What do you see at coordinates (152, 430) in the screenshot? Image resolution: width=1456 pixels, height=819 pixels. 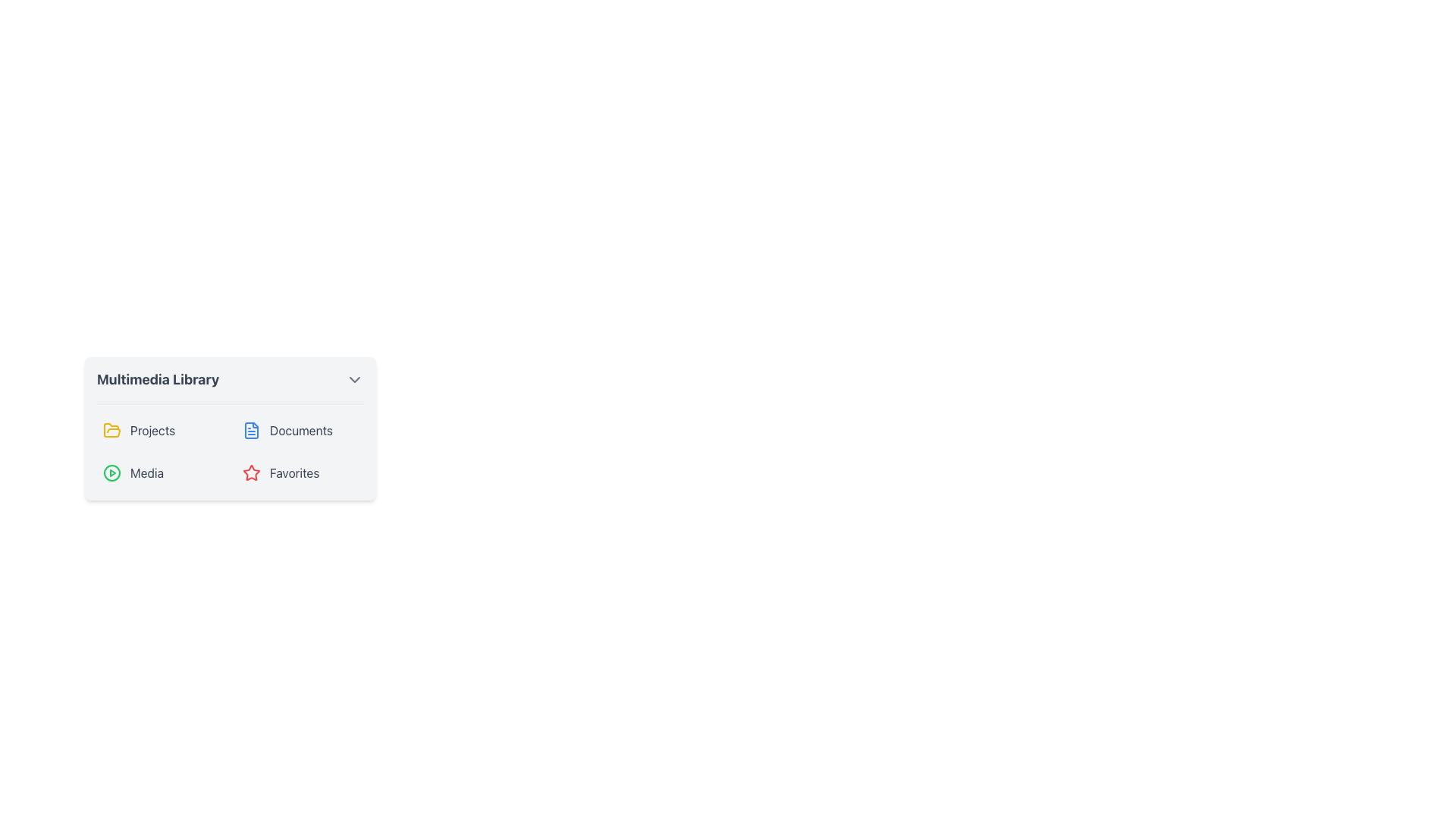 I see `the text label that provides context for the adjacent folder icon in the 'Multimedia Library' panel` at bounding box center [152, 430].